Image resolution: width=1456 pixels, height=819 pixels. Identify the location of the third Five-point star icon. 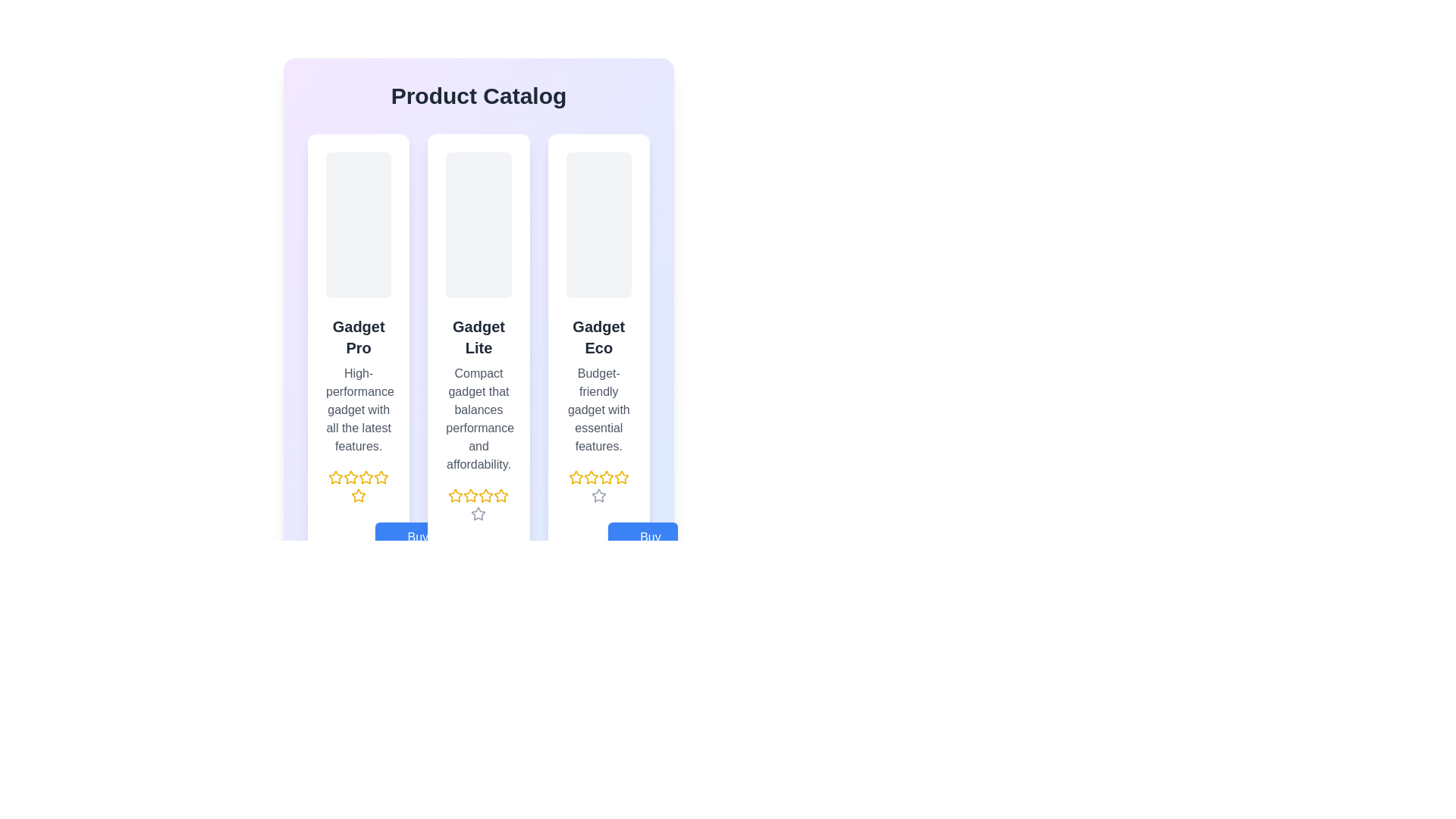
(486, 495).